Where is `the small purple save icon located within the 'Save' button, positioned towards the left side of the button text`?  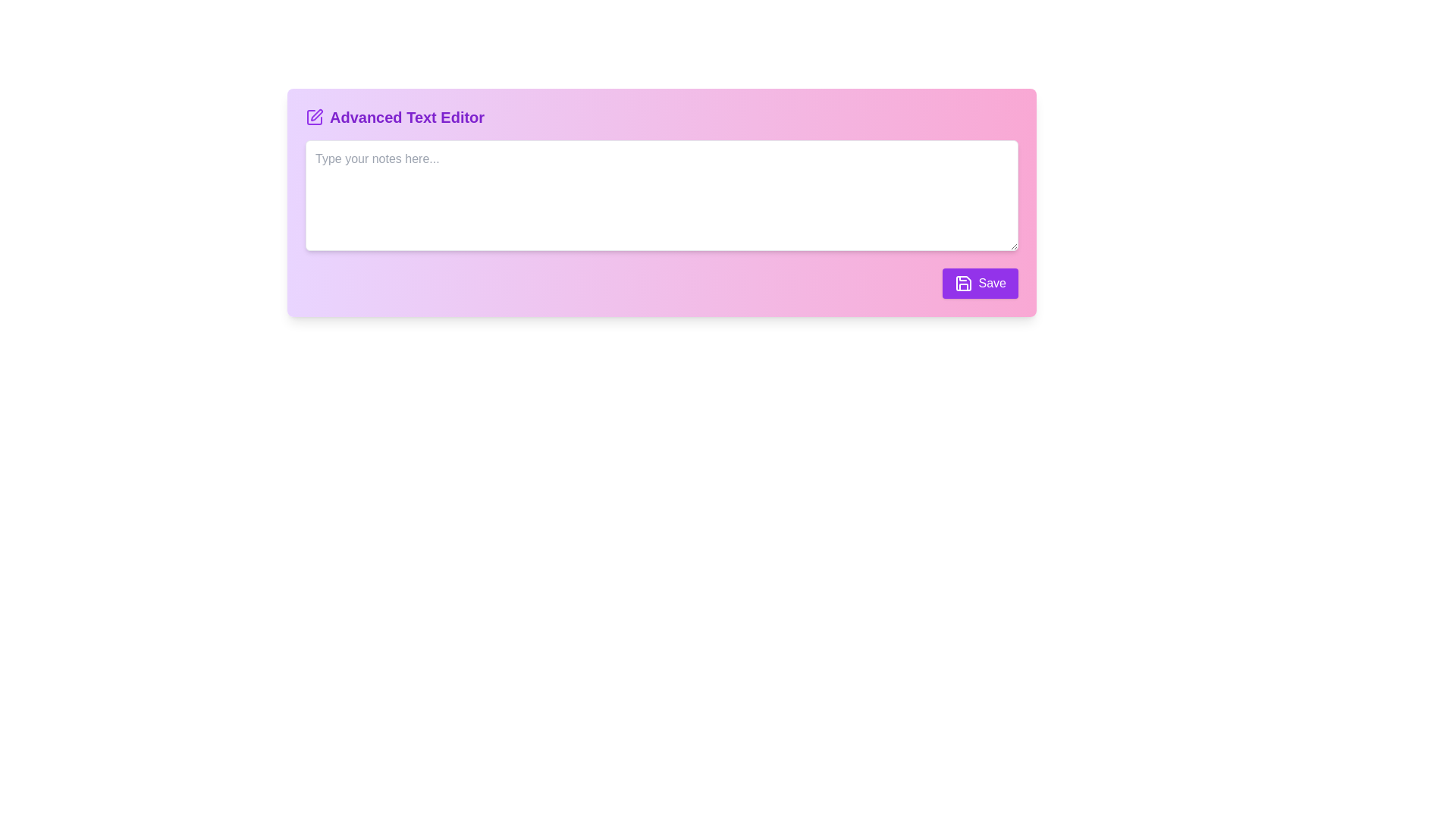 the small purple save icon located within the 'Save' button, positioned towards the left side of the button text is located at coordinates (962, 284).